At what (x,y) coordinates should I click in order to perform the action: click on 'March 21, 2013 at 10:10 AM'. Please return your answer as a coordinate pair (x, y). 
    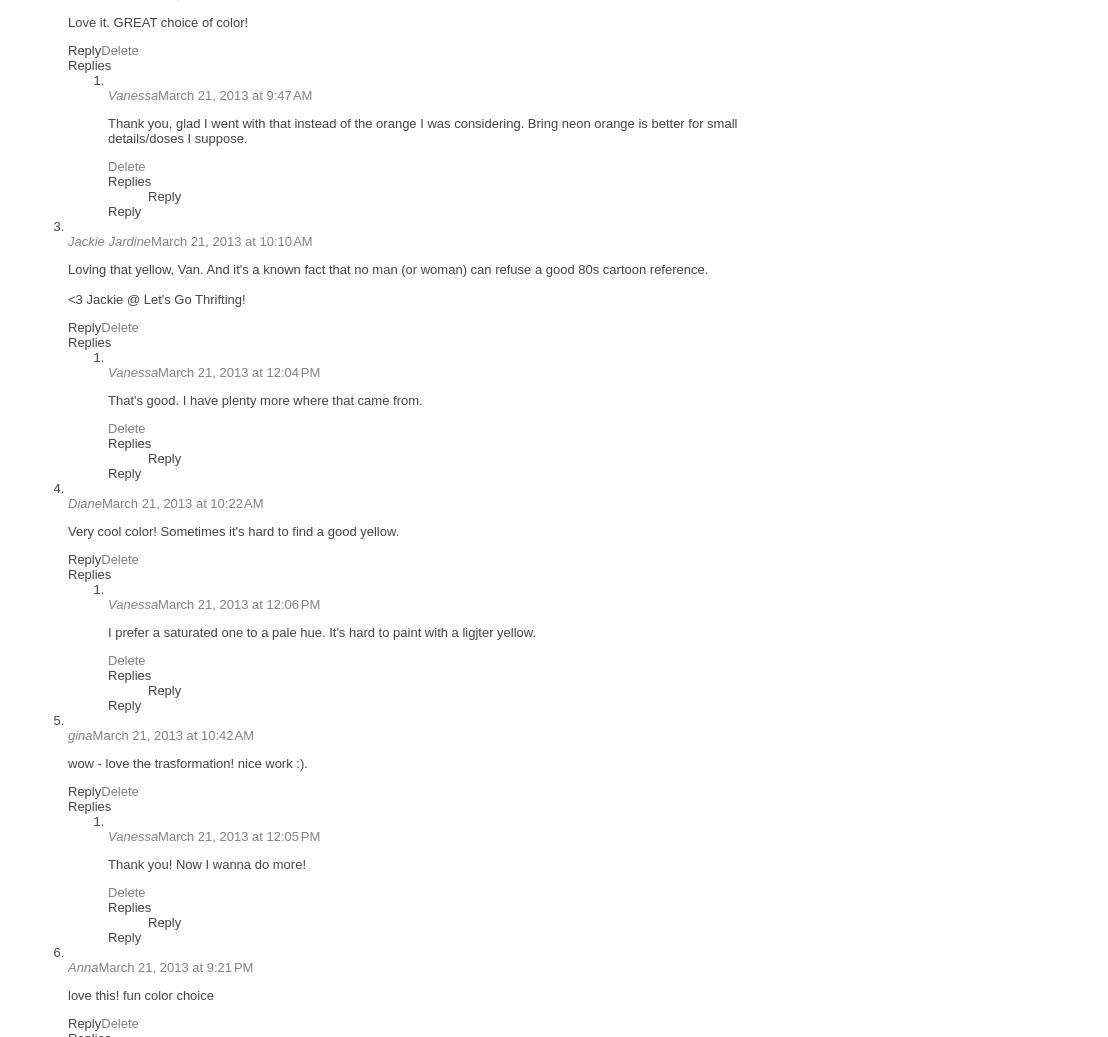
    Looking at the image, I should click on (231, 240).